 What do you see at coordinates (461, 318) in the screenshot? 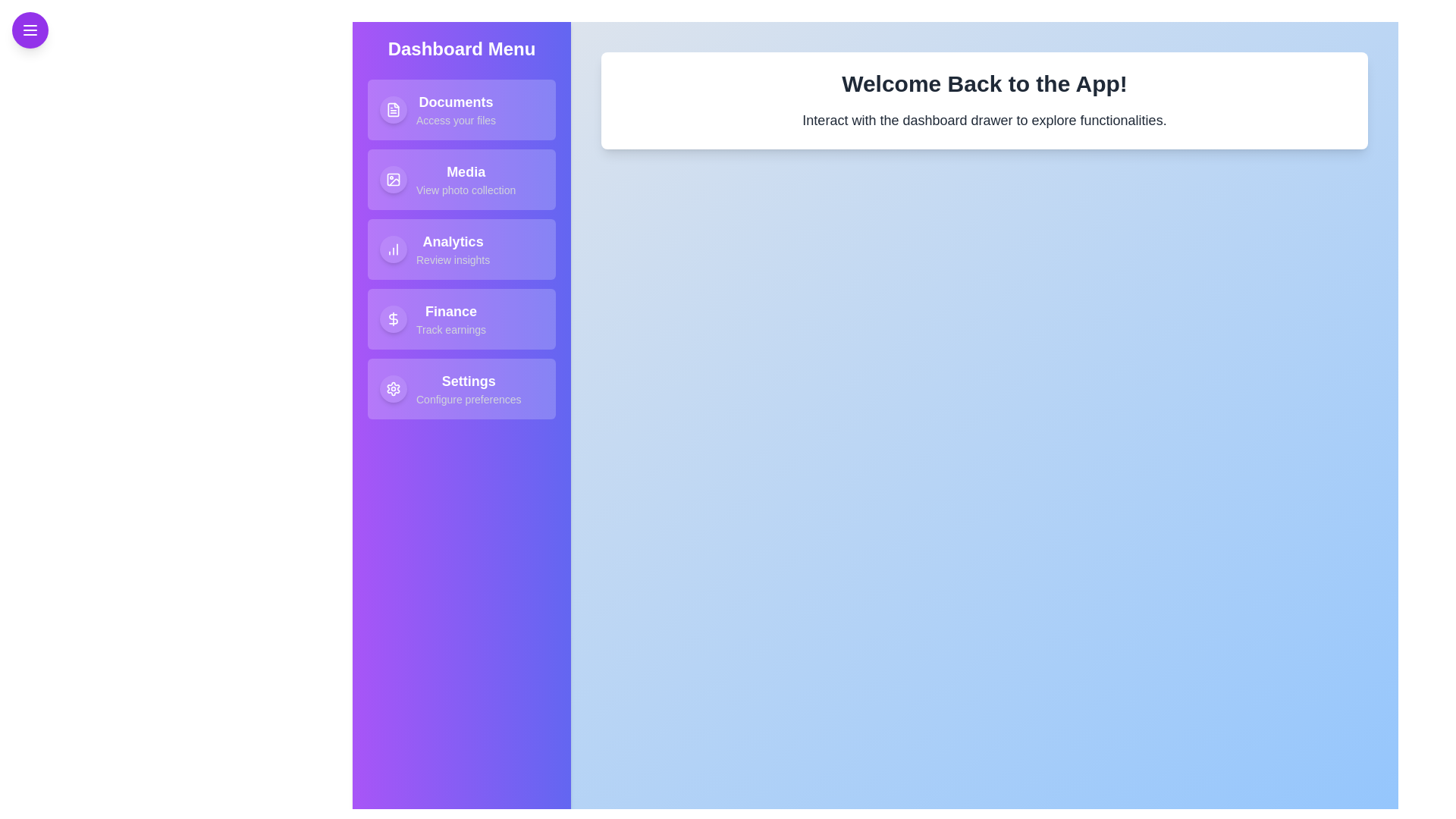
I see `the Finance item in the drawer to access its functionality` at bounding box center [461, 318].